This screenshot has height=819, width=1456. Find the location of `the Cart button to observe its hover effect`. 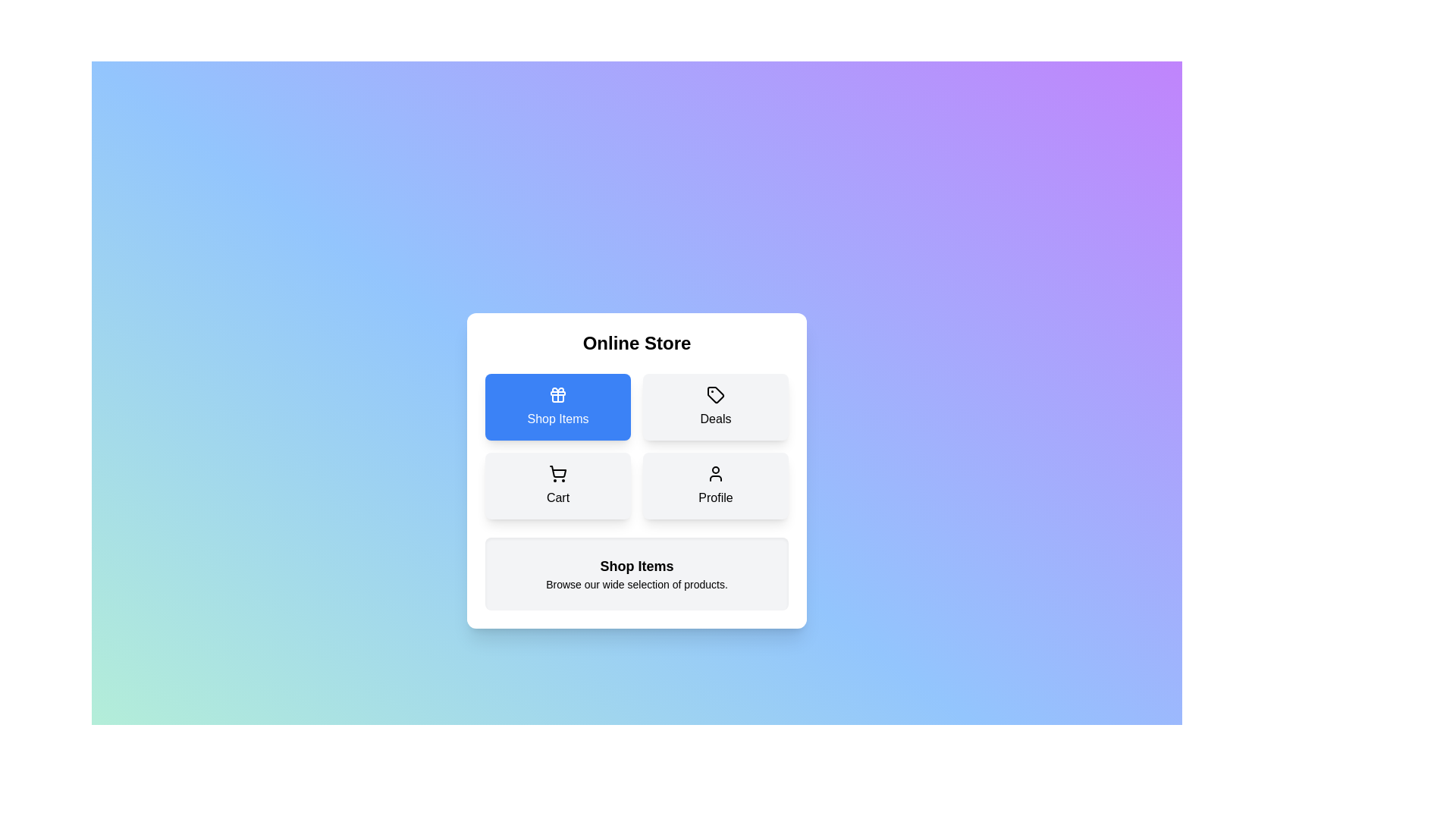

the Cart button to observe its hover effect is located at coordinates (557, 485).